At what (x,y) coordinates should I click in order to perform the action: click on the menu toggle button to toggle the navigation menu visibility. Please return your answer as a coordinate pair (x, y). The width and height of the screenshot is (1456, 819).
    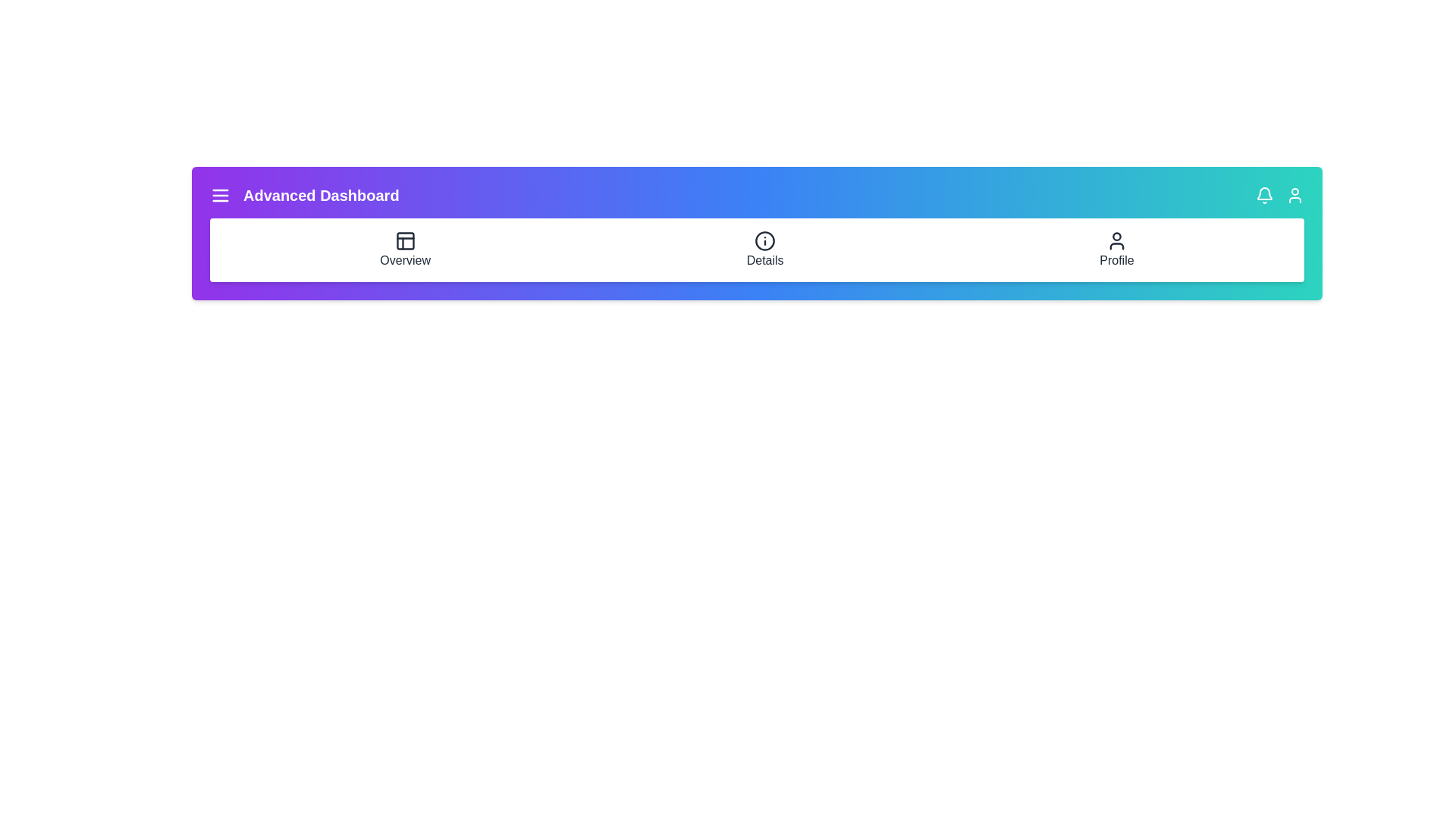
    Looking at the image, I should click on (220, 195).